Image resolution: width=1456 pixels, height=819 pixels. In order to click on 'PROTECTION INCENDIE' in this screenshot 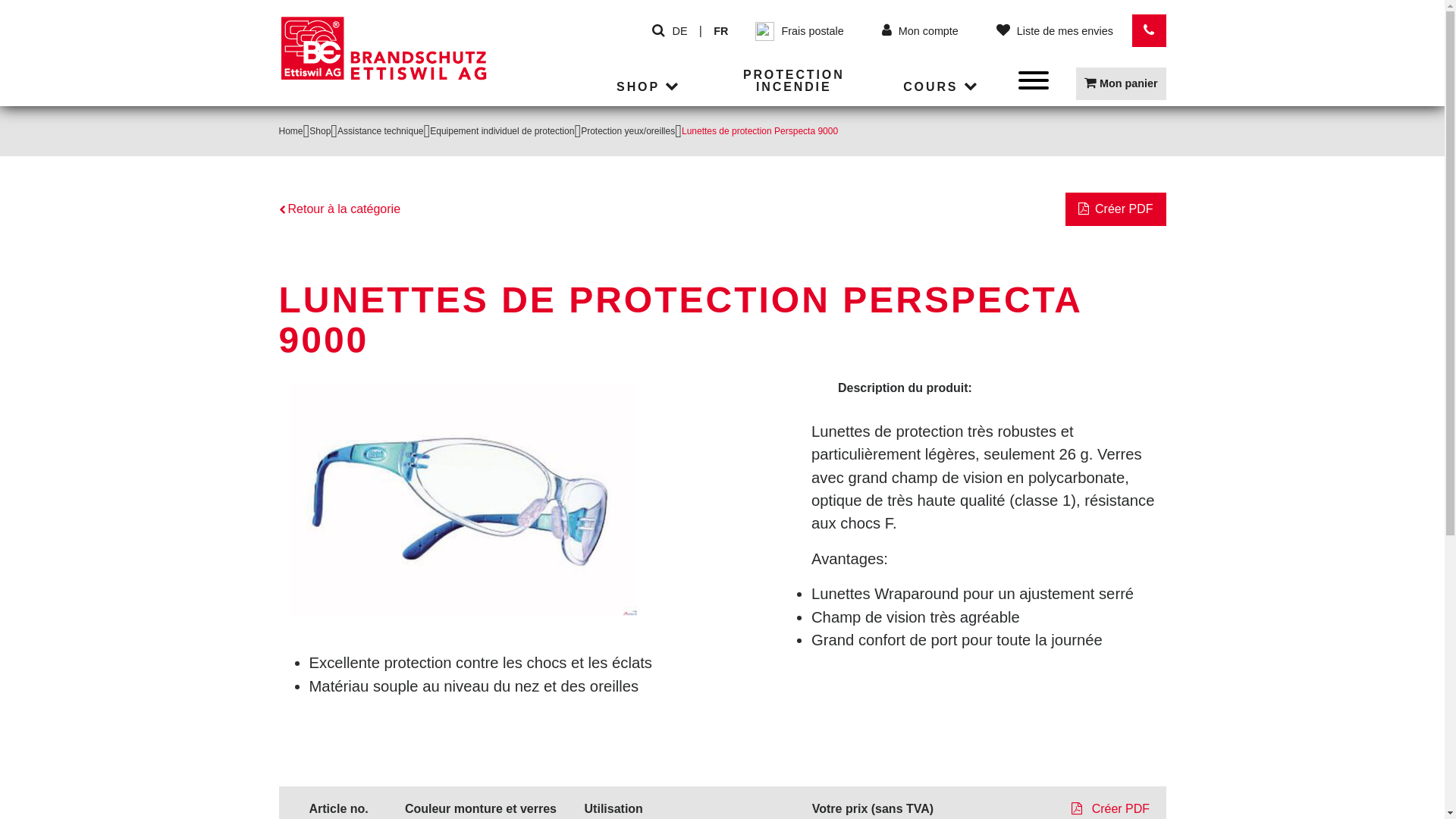, I will do `click(792, 82)`.